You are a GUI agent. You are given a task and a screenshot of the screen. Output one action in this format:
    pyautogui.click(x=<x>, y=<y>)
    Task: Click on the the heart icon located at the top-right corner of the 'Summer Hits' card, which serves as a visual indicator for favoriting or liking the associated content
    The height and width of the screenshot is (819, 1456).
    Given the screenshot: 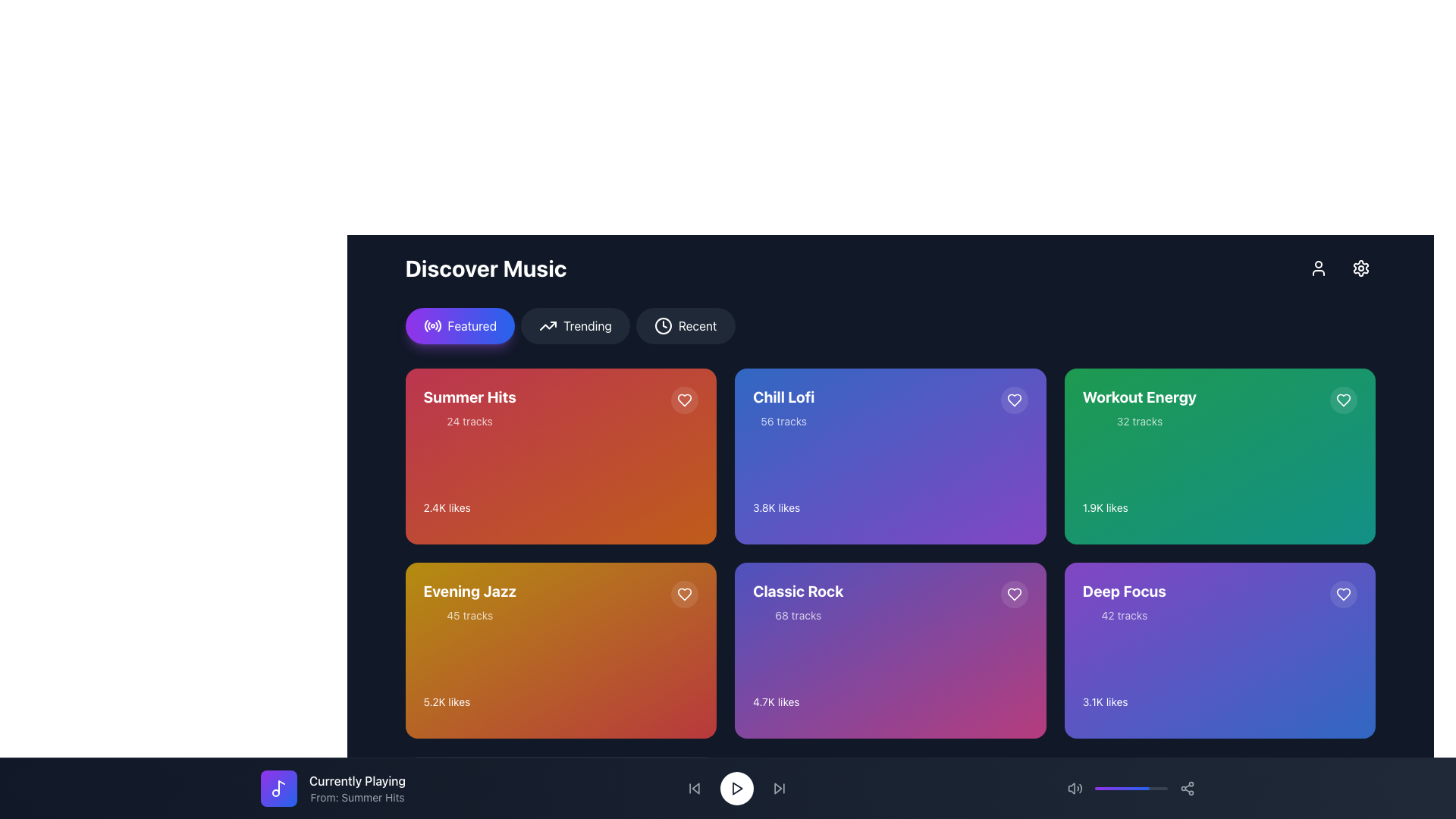 What is the action you would take?
    pyautogui.click(x=684, y=400)
    